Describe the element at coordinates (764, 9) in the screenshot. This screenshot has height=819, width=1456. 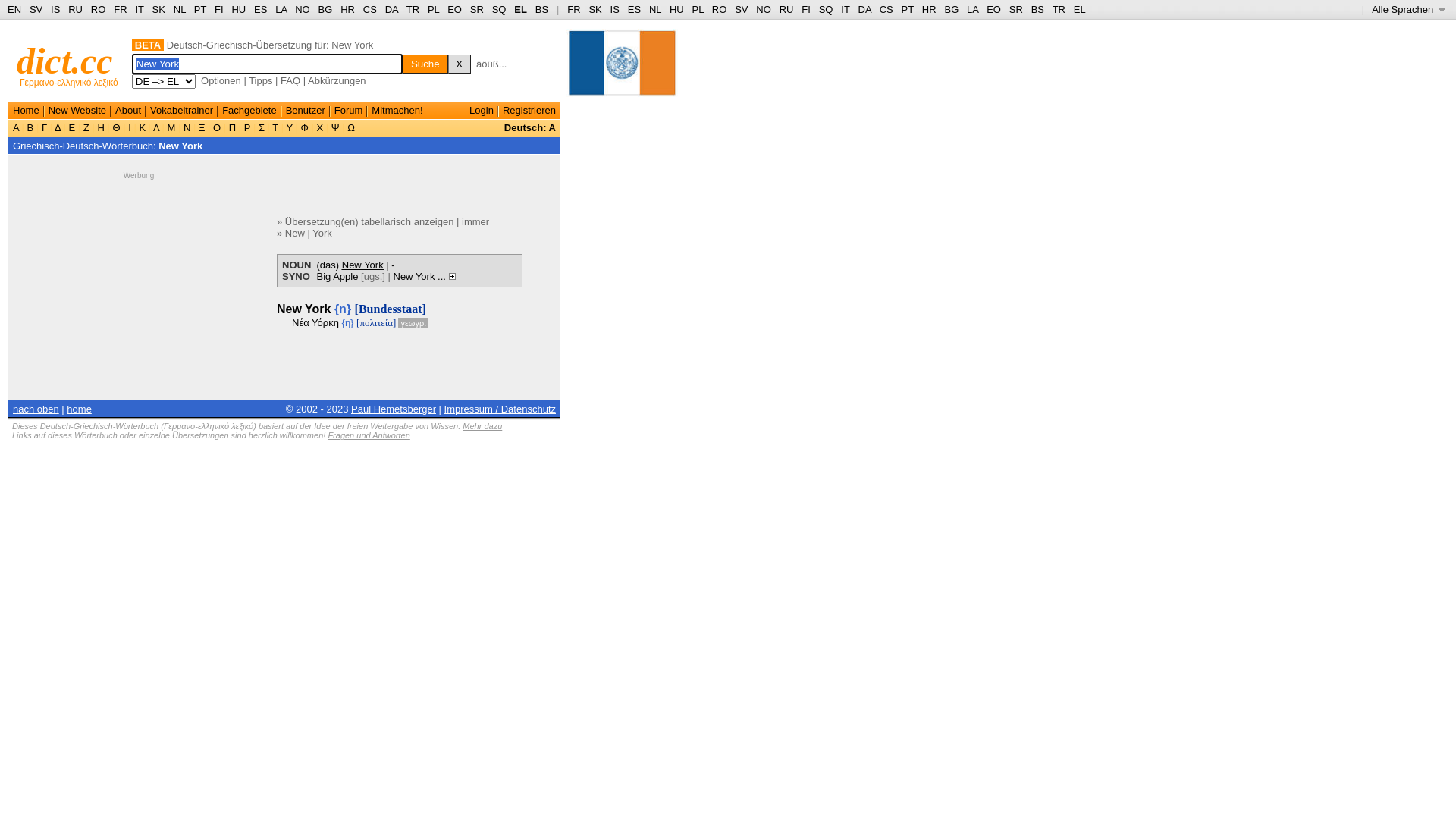
I see `'NO'` at that location.